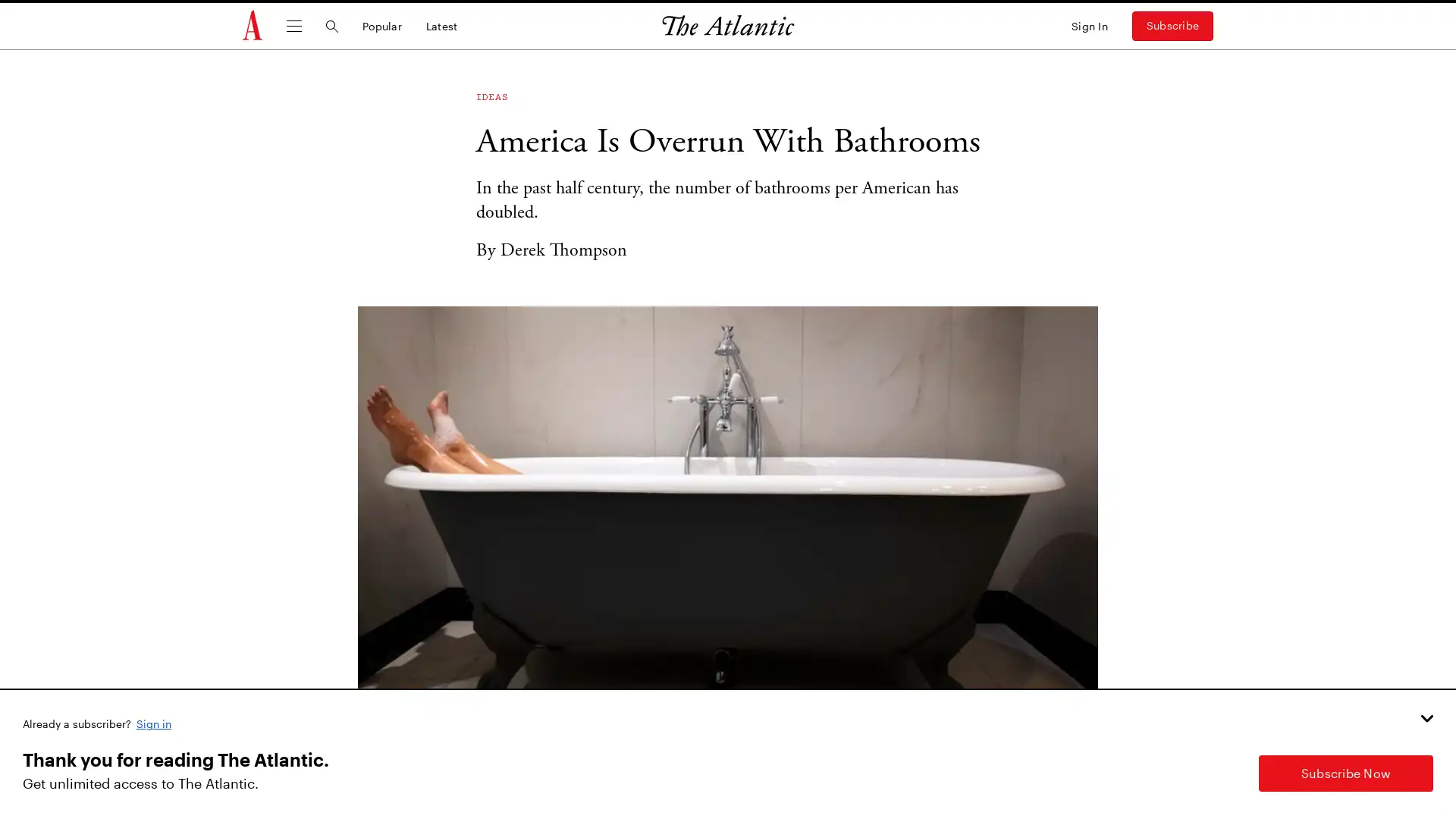 The height and width of the screenshot is (819, 1456). Describe the element at coordinates (155, 722) in the screenshot. I see `Sign in` at that location.